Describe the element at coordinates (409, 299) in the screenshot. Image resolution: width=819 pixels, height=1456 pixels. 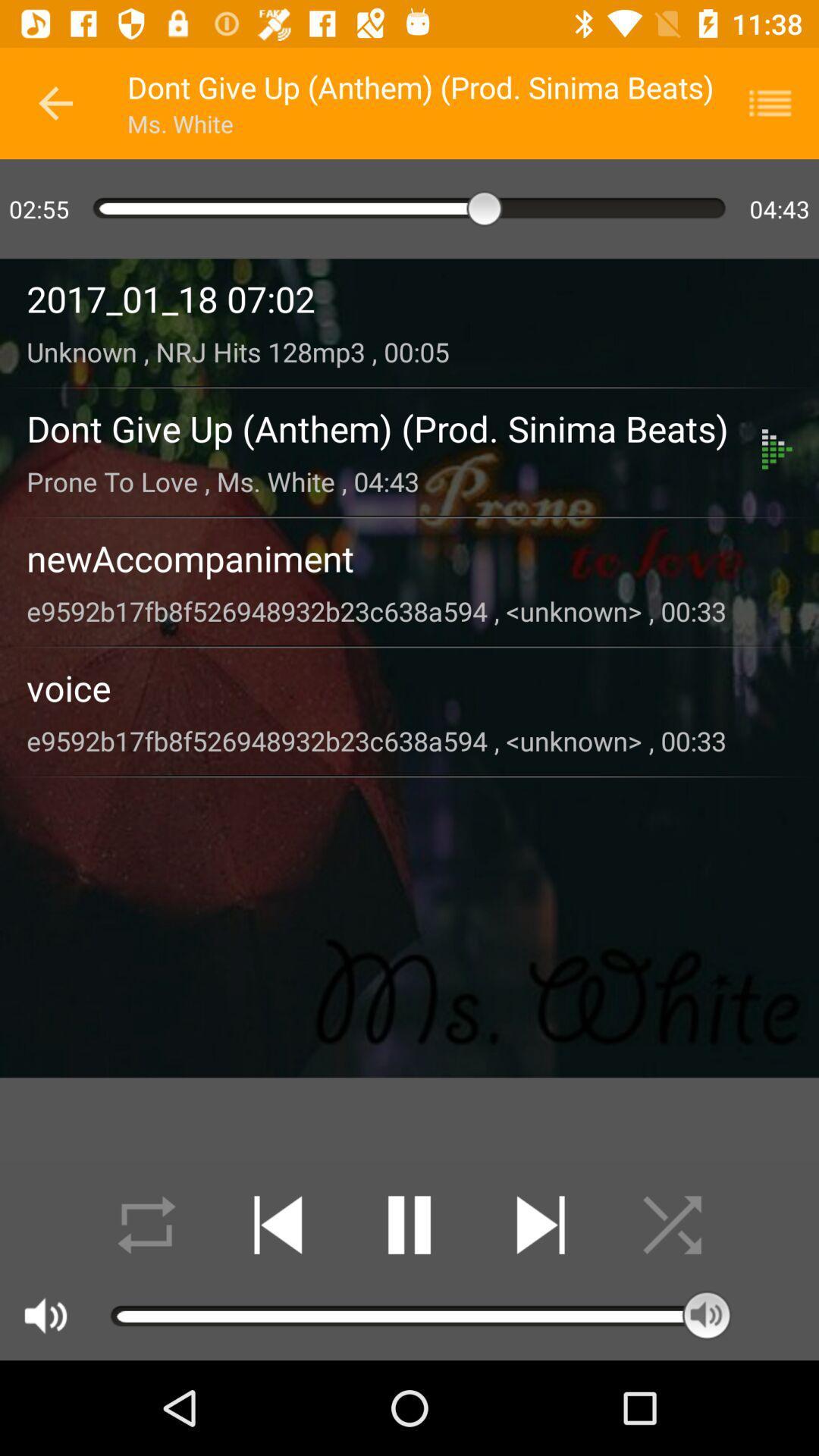
I see `the 2017_01_18 07:02 item` at that location.